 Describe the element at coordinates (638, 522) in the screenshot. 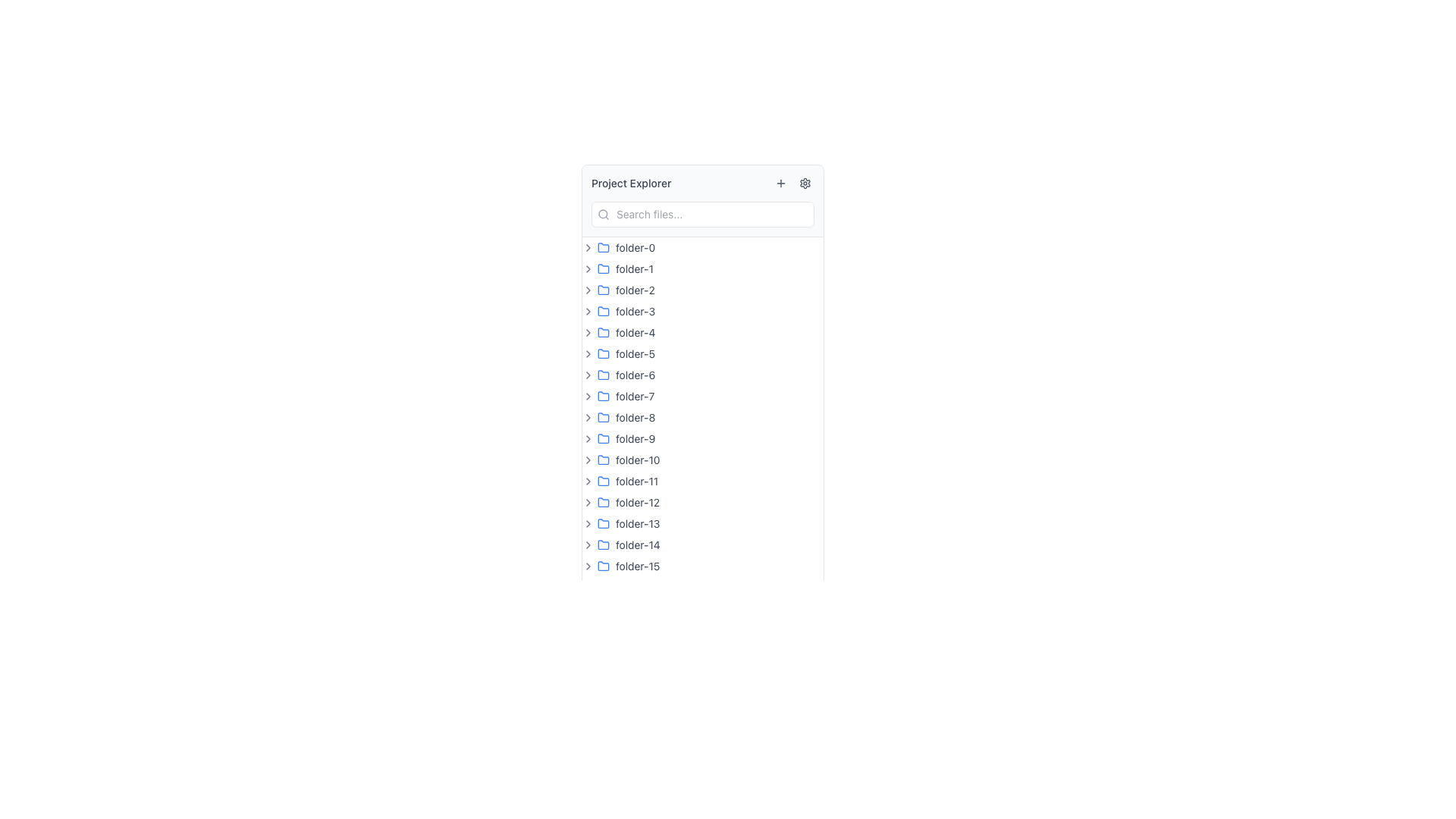

I see `the text label displaying 'folder-13'` at that location.